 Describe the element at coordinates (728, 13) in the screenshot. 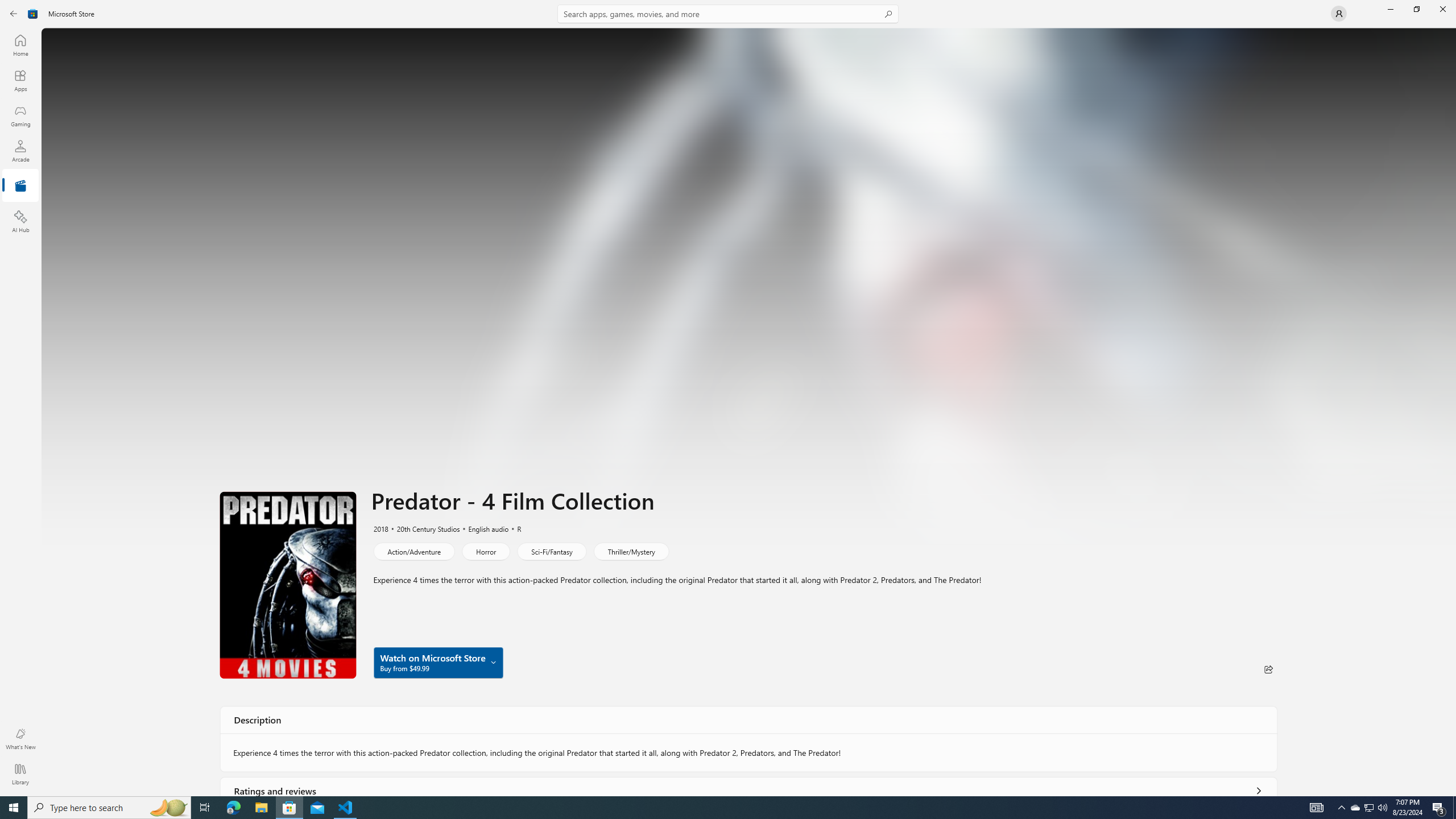

I see `'Search'` at that location.